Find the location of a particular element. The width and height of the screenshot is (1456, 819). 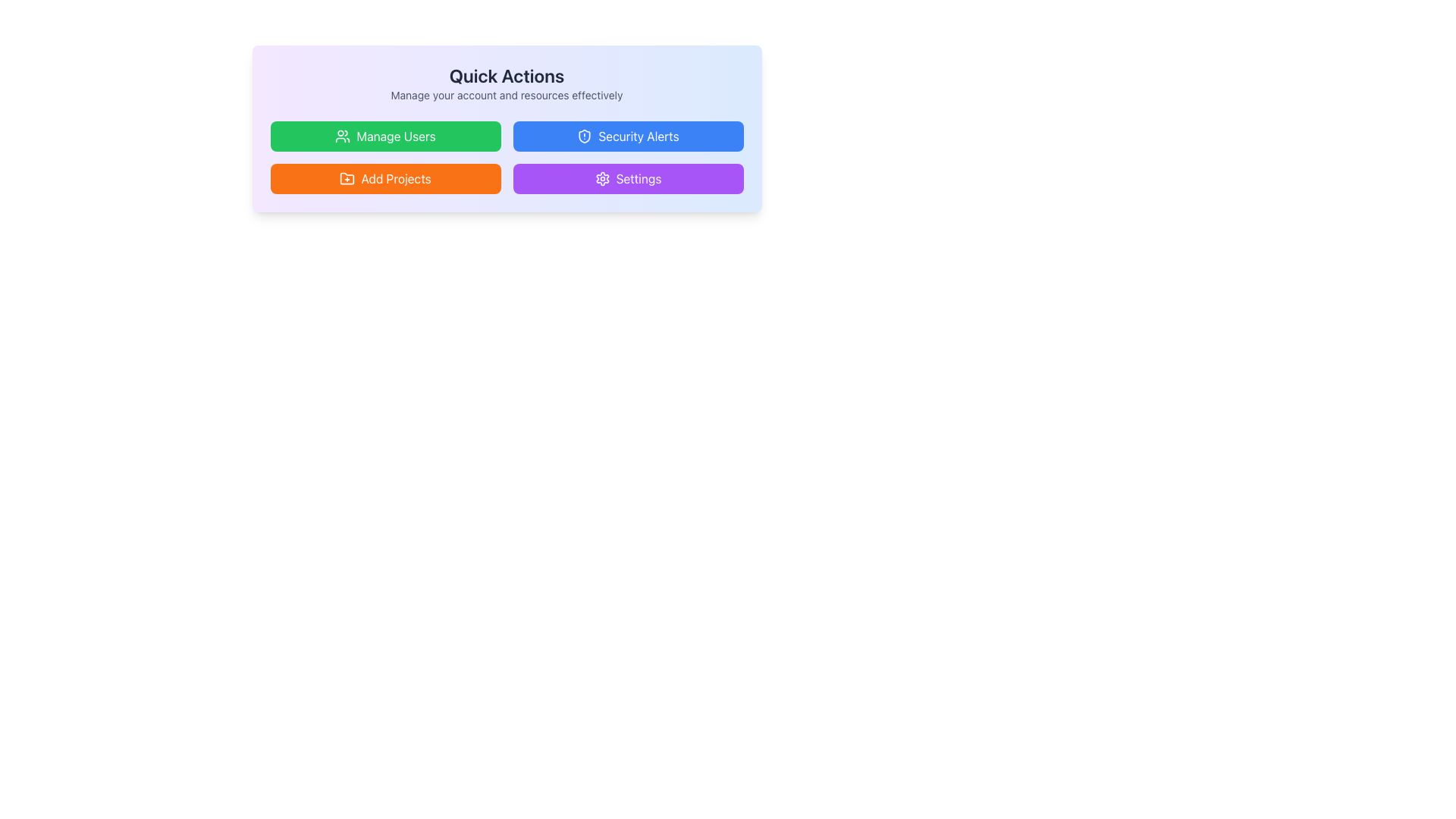

the decorative security icon that enhances the 'Security Alerts' button, located in the second column of the top row within the 'Quick Actions' section, positioned to the left of the button text is located at coordinates (584, 136).